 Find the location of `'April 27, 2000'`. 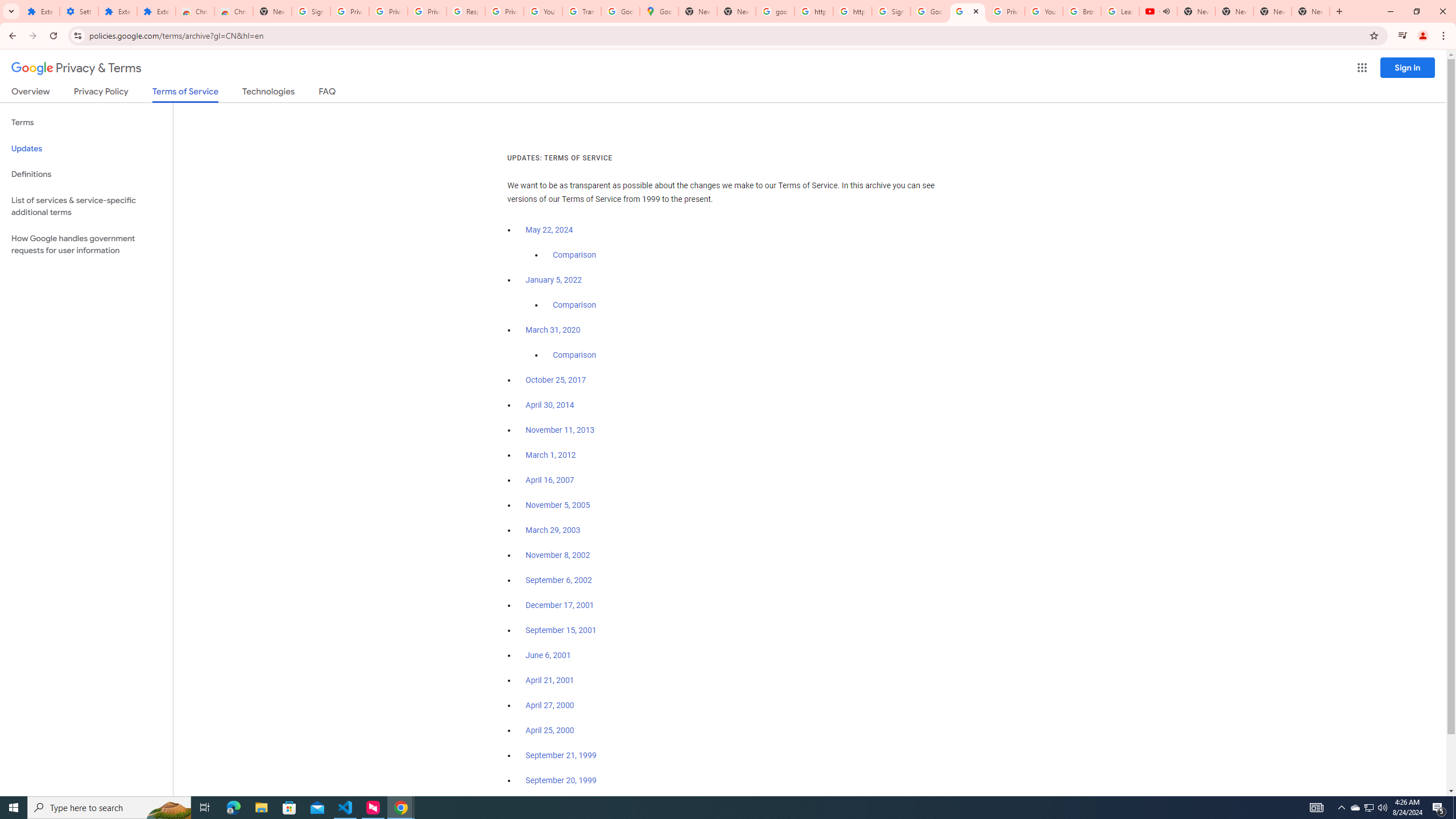

'April 27, 2000' is located at coordinates (549, 704).